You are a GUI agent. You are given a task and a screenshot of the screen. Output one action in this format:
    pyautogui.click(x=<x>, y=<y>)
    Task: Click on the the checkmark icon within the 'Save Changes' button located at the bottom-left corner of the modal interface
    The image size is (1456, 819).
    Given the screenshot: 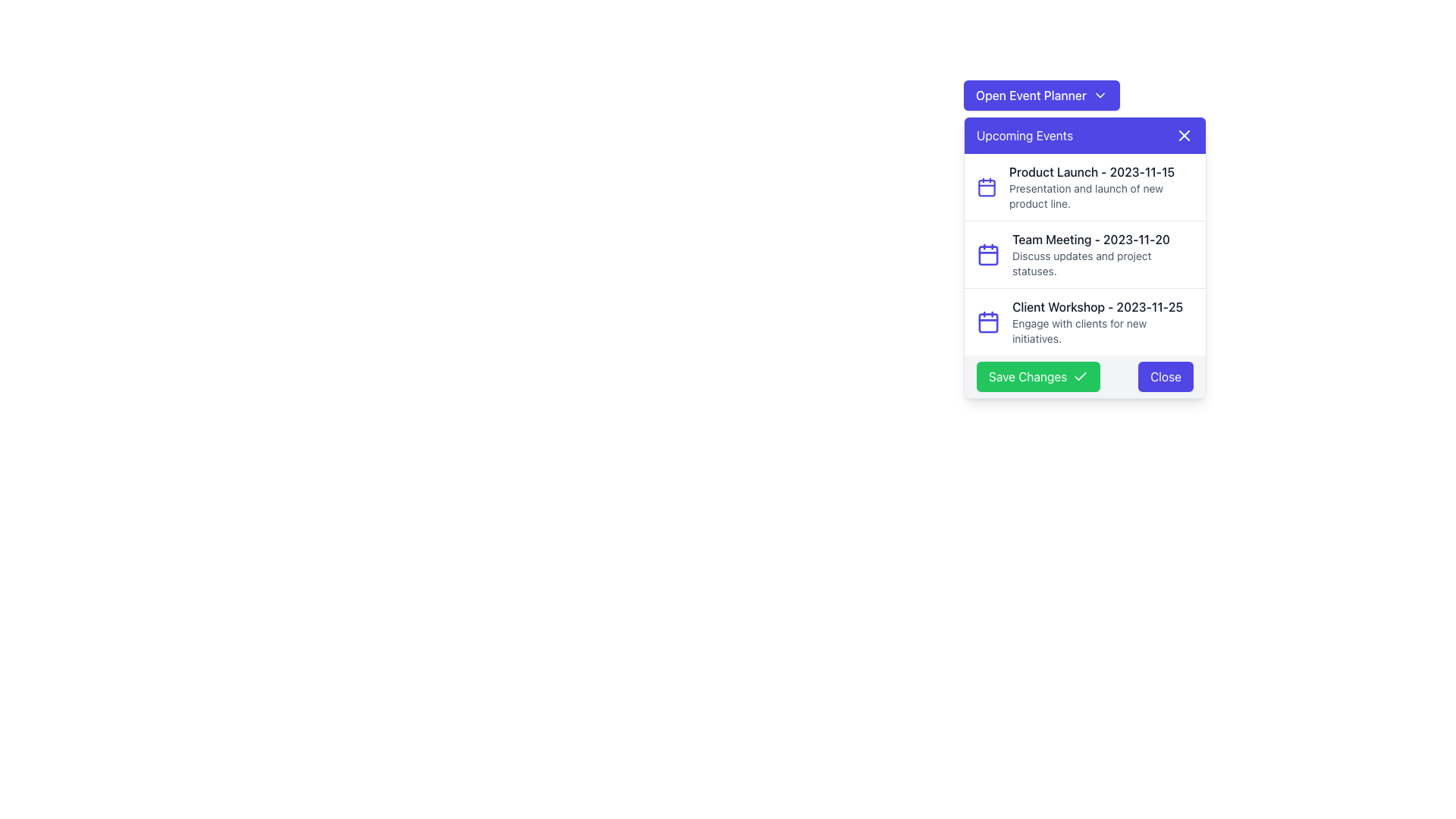 What is the action you would take?
    pyautogui.click(x=1080, y=375)
    